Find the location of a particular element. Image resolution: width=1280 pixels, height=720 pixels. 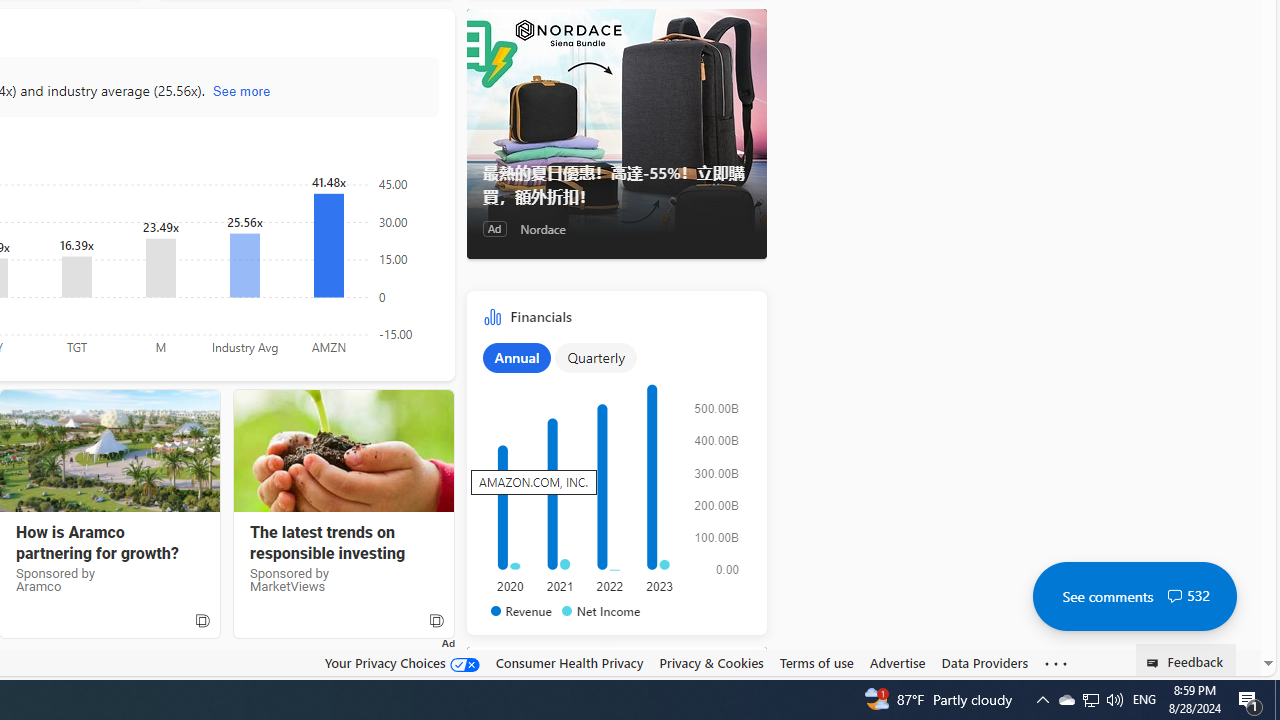

'Your Privacy Choices' is located at coordinates (400, 662).